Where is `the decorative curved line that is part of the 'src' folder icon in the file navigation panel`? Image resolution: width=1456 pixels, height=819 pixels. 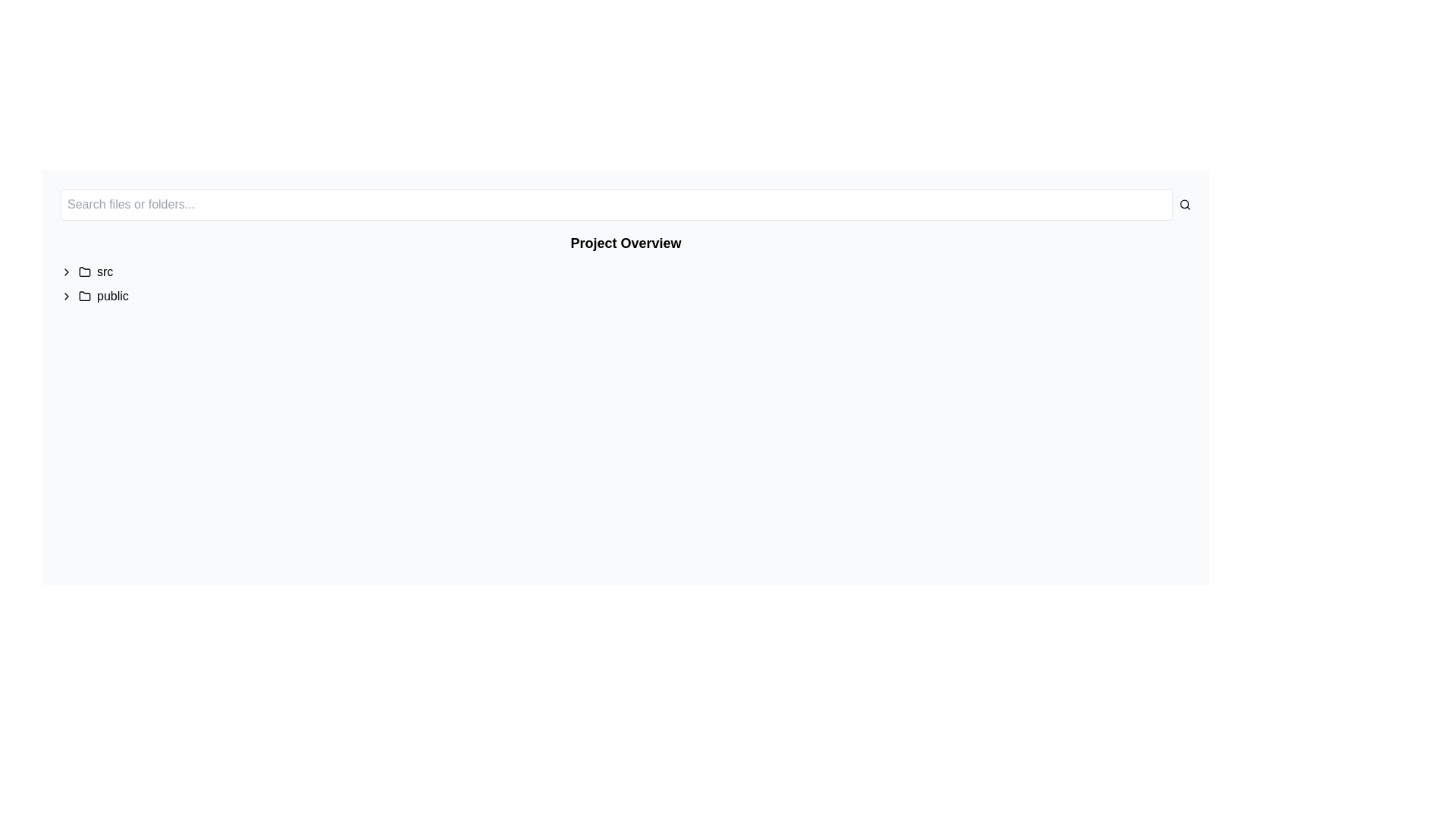 the decorative curved line that is part of the 'src' folder icon in the file navigation panel is located at coordinates (83, 271).